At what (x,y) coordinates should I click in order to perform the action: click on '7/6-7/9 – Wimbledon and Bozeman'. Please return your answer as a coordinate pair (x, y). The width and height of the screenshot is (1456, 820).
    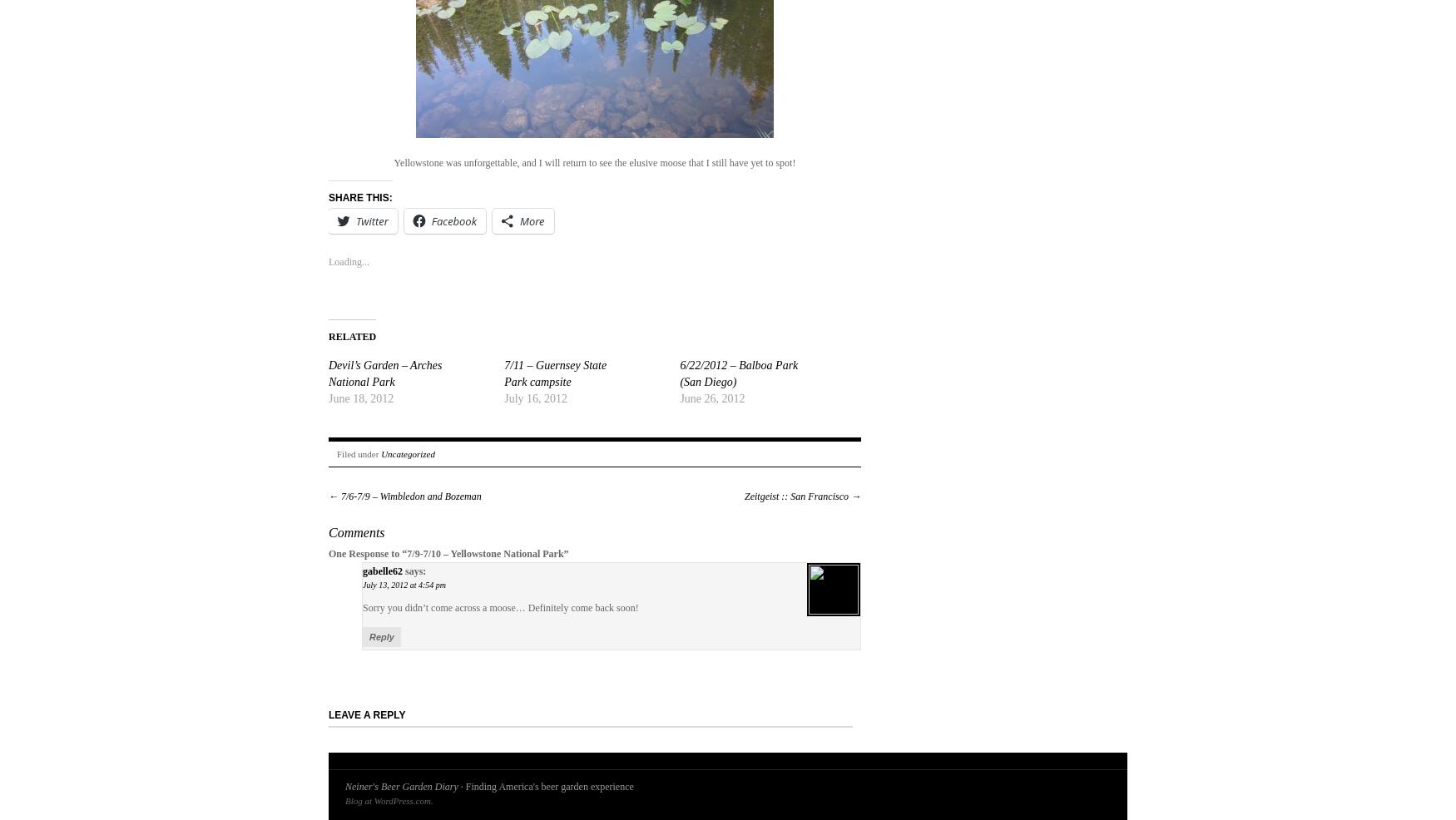
    Looking at the image, I should click on (409, 496).